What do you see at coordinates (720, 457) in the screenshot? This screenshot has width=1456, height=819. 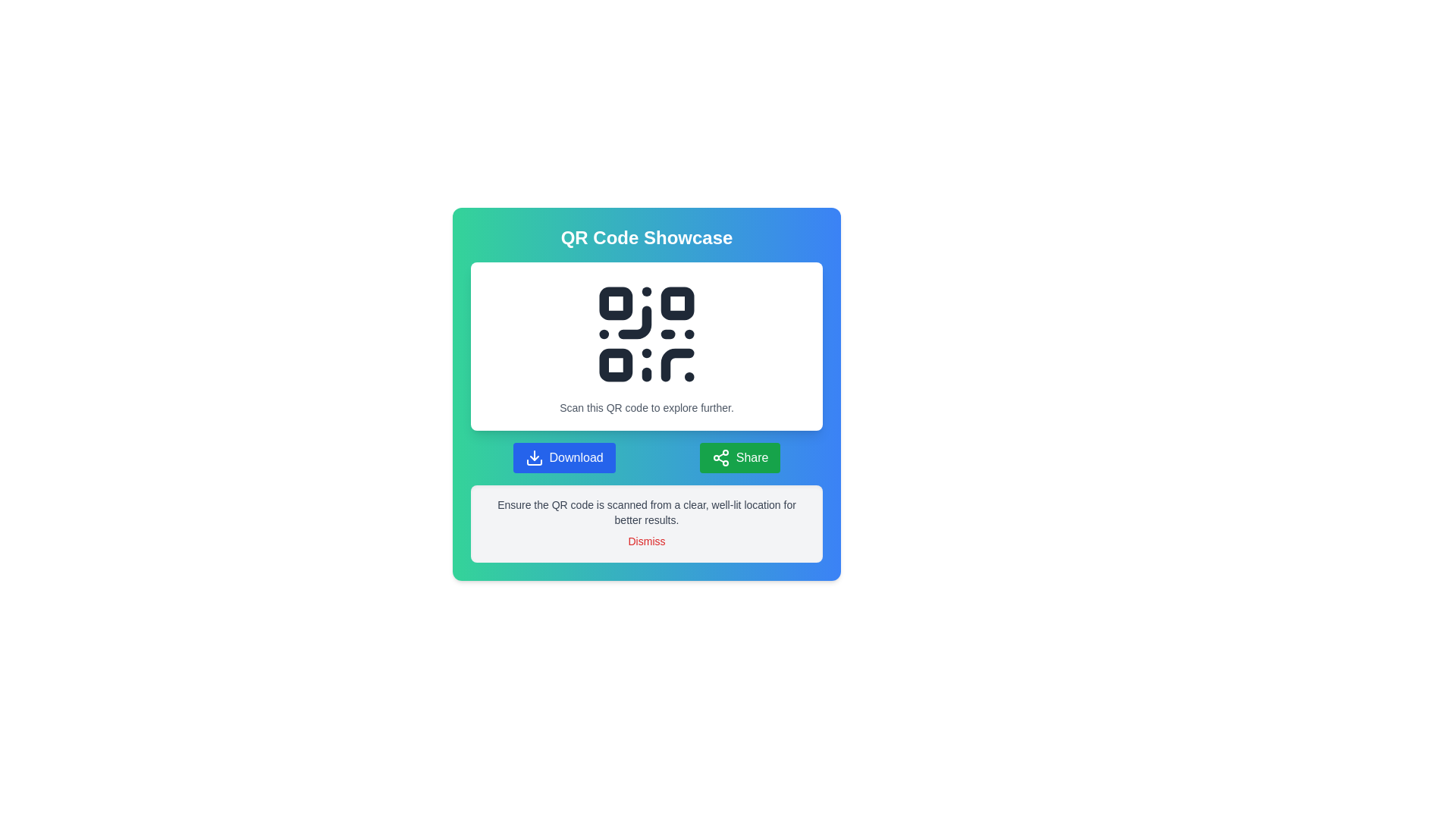 I see `the sharing icon, which is represented by three connected circular nodes forming a triangular shape, located on the left side of the green 'Share' button` at bounding box center [720, 457].